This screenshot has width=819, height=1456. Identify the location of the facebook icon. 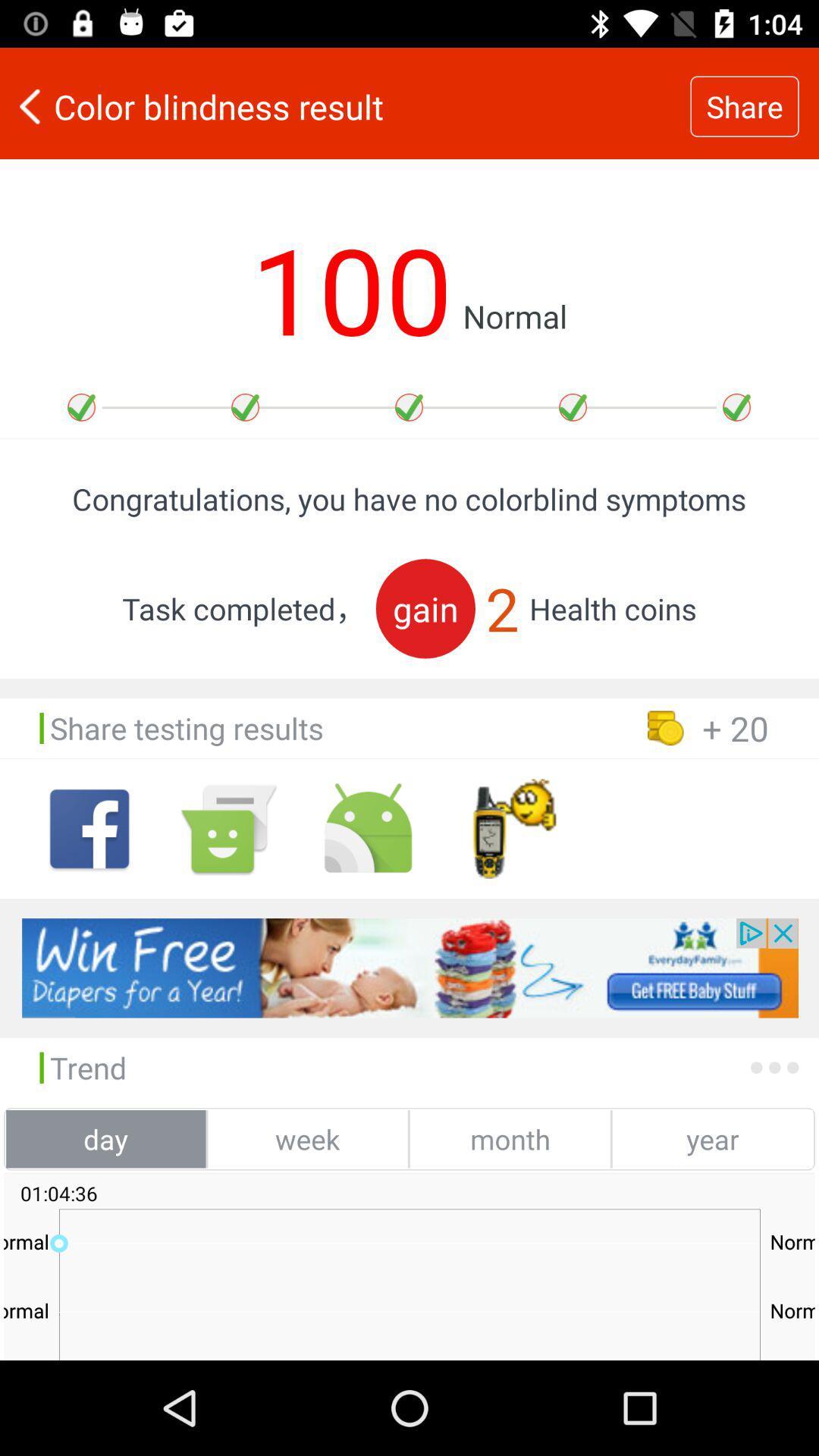
(89, 828).